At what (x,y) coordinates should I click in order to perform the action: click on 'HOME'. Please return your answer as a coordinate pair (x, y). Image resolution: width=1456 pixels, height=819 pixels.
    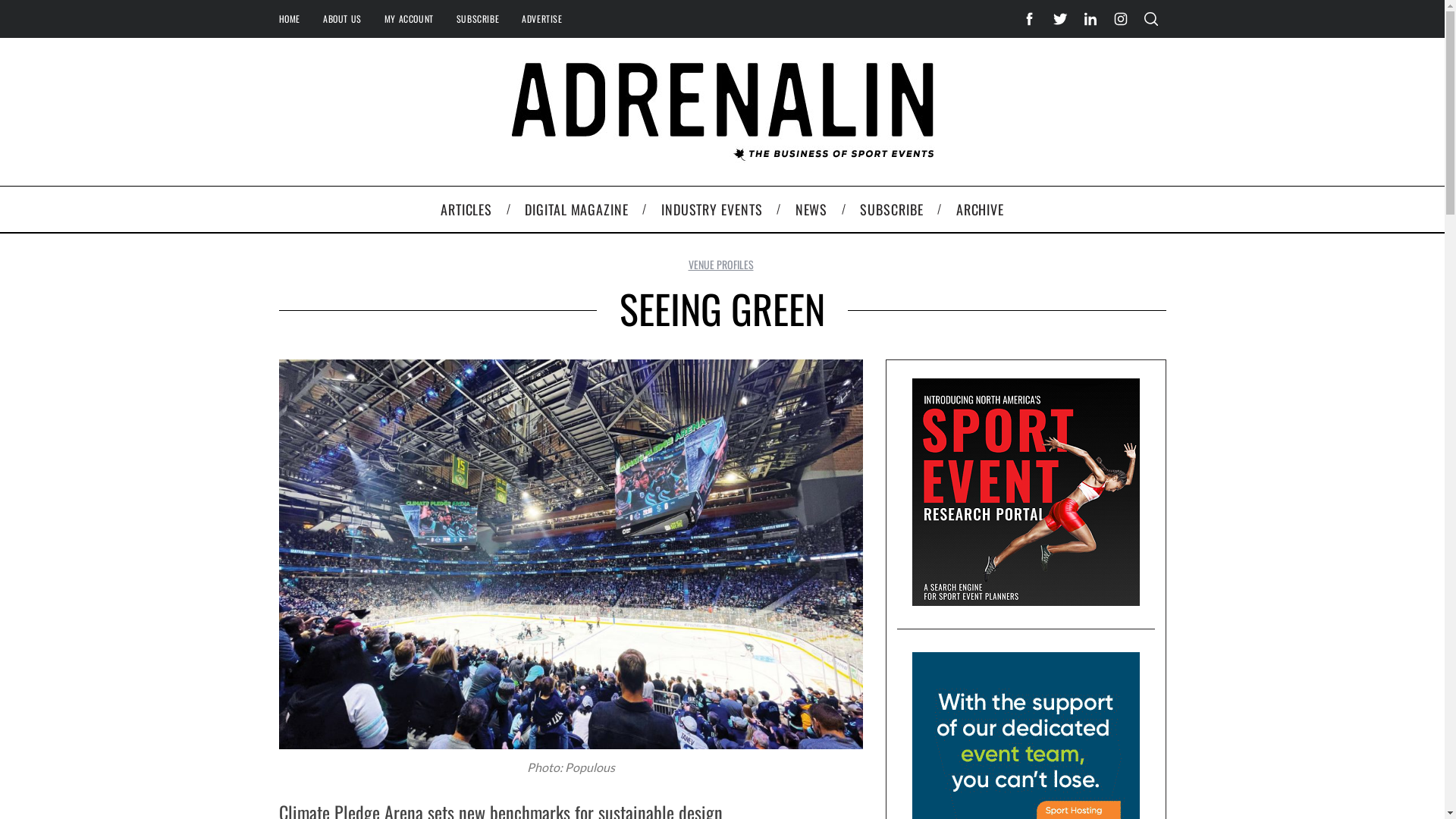
    Looking at the image, I should click on (266, 18).